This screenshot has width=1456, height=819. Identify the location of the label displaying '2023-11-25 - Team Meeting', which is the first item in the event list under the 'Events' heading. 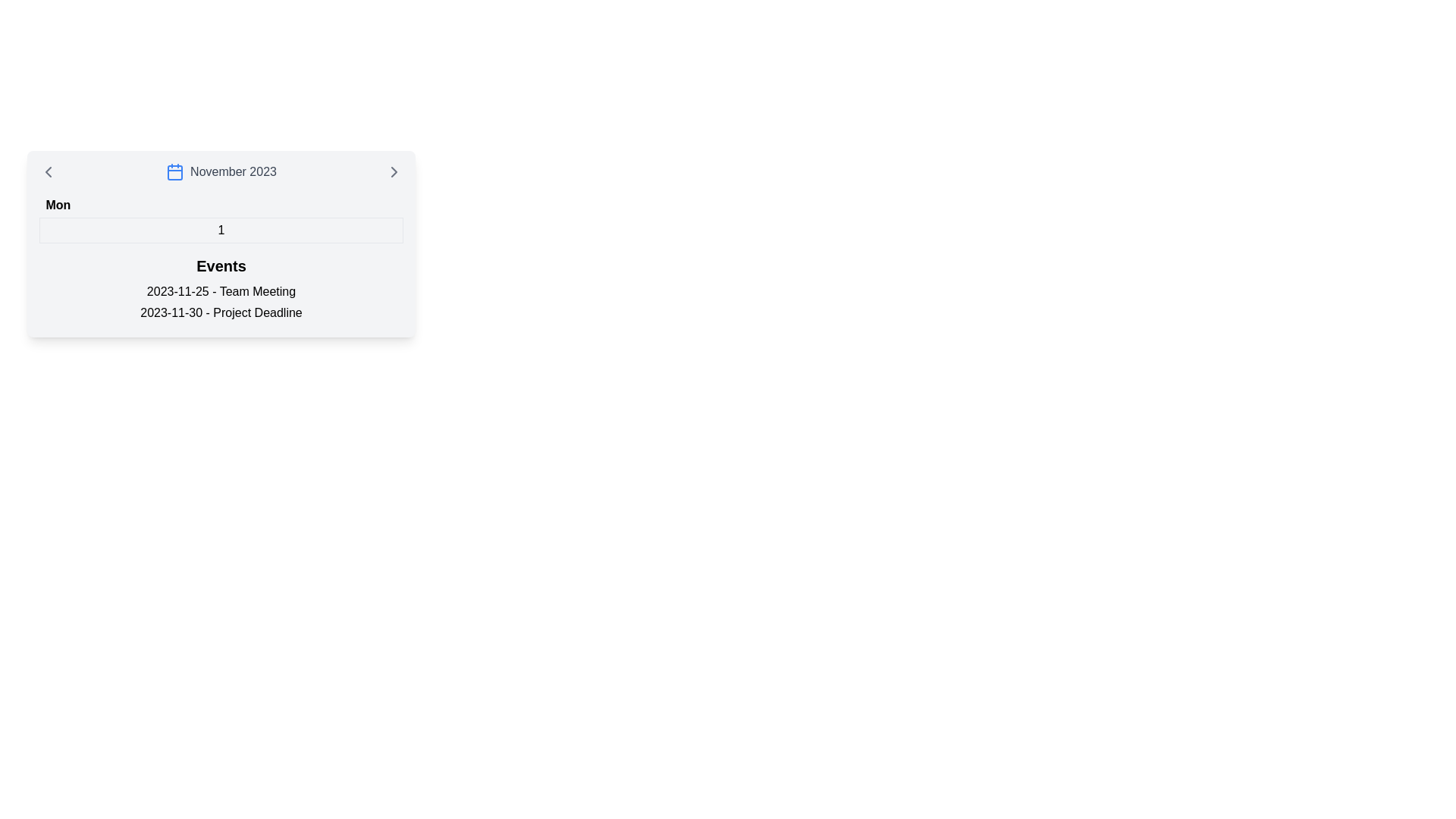
(221, 292).